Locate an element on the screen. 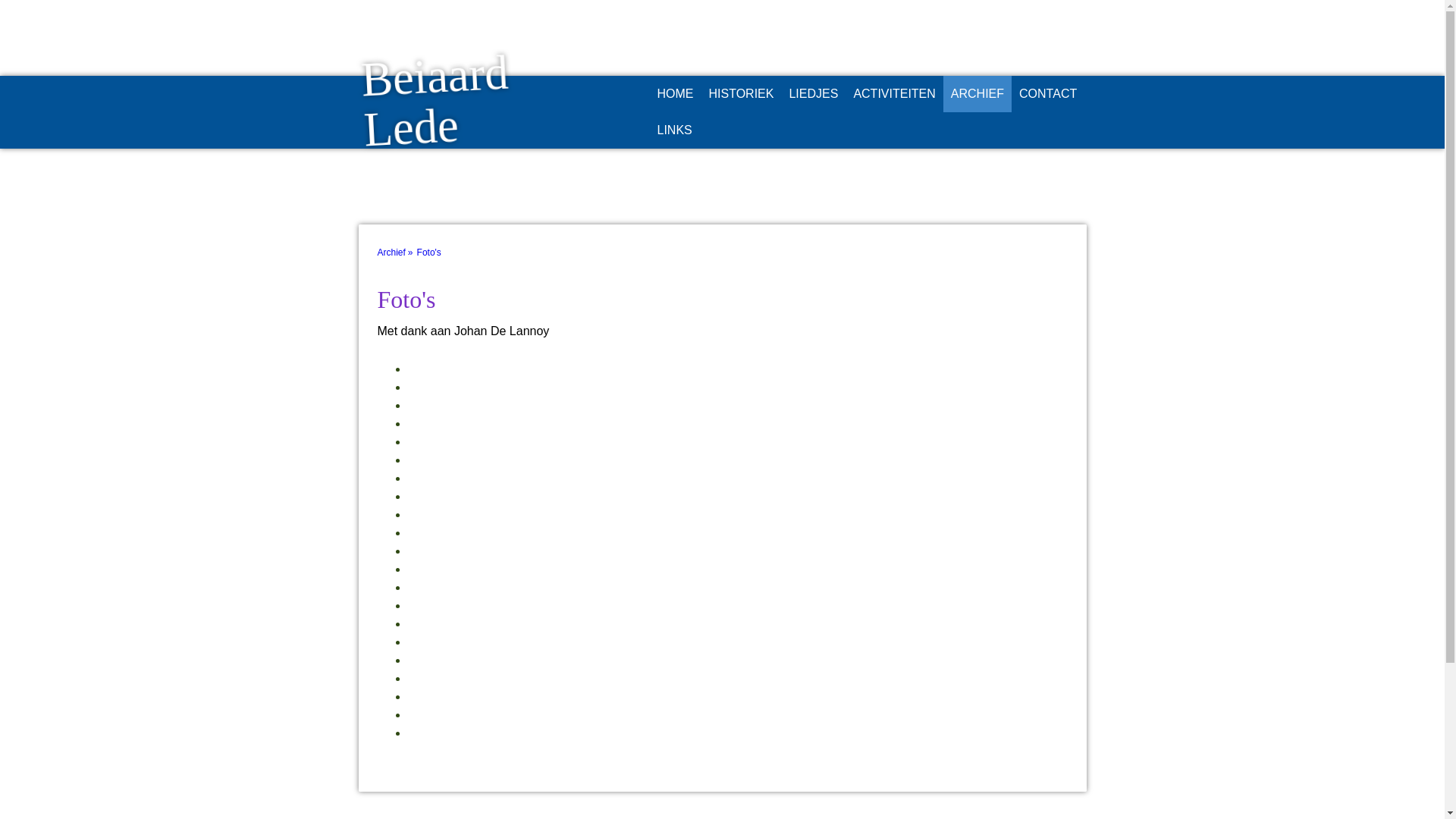 This screenshot has height=819, width=1456. 'HISTORIEK' is located at coordinates (700, 93).